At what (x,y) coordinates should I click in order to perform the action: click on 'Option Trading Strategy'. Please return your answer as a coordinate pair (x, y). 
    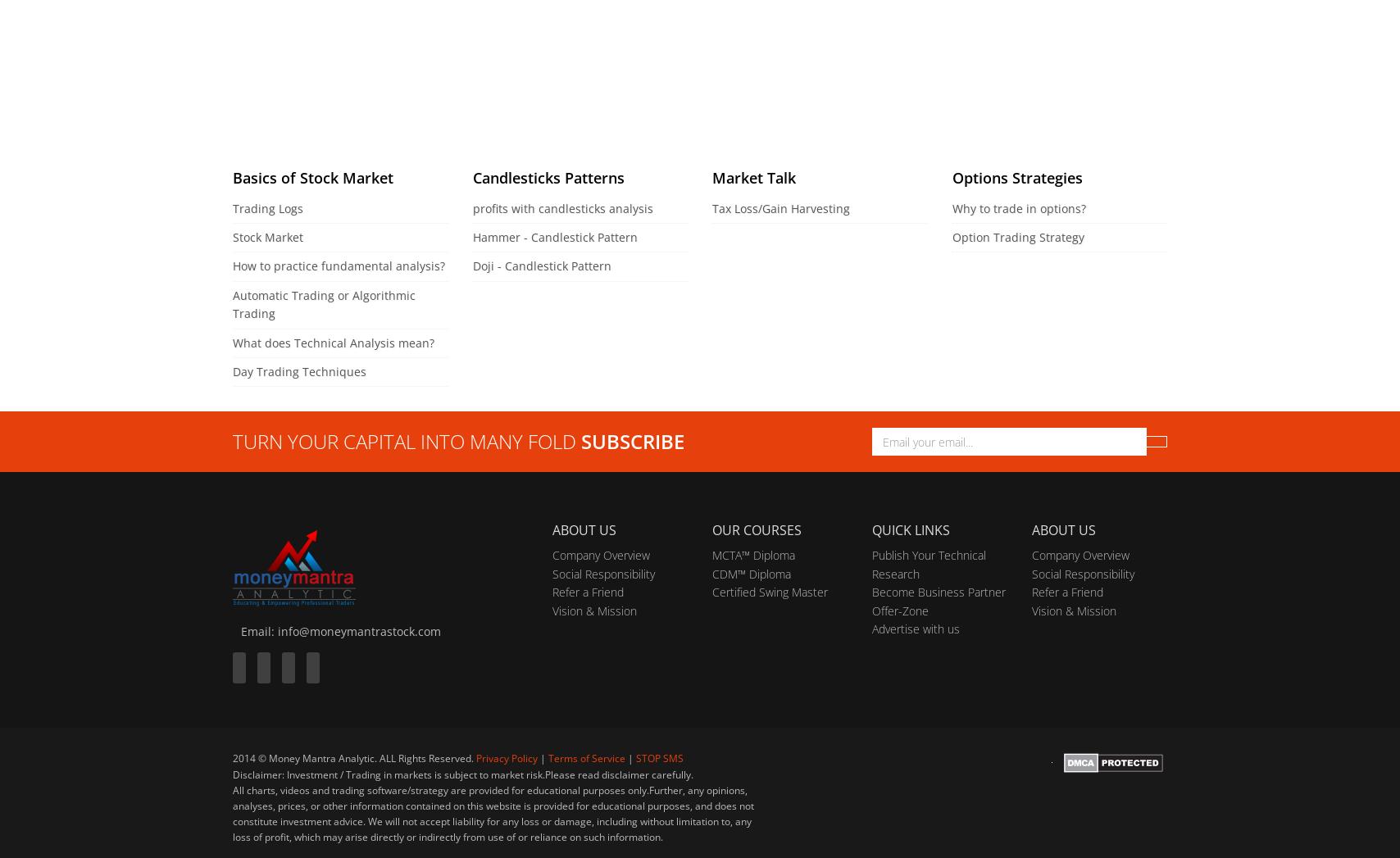
    Looking at the image, I should click on (951, 236).